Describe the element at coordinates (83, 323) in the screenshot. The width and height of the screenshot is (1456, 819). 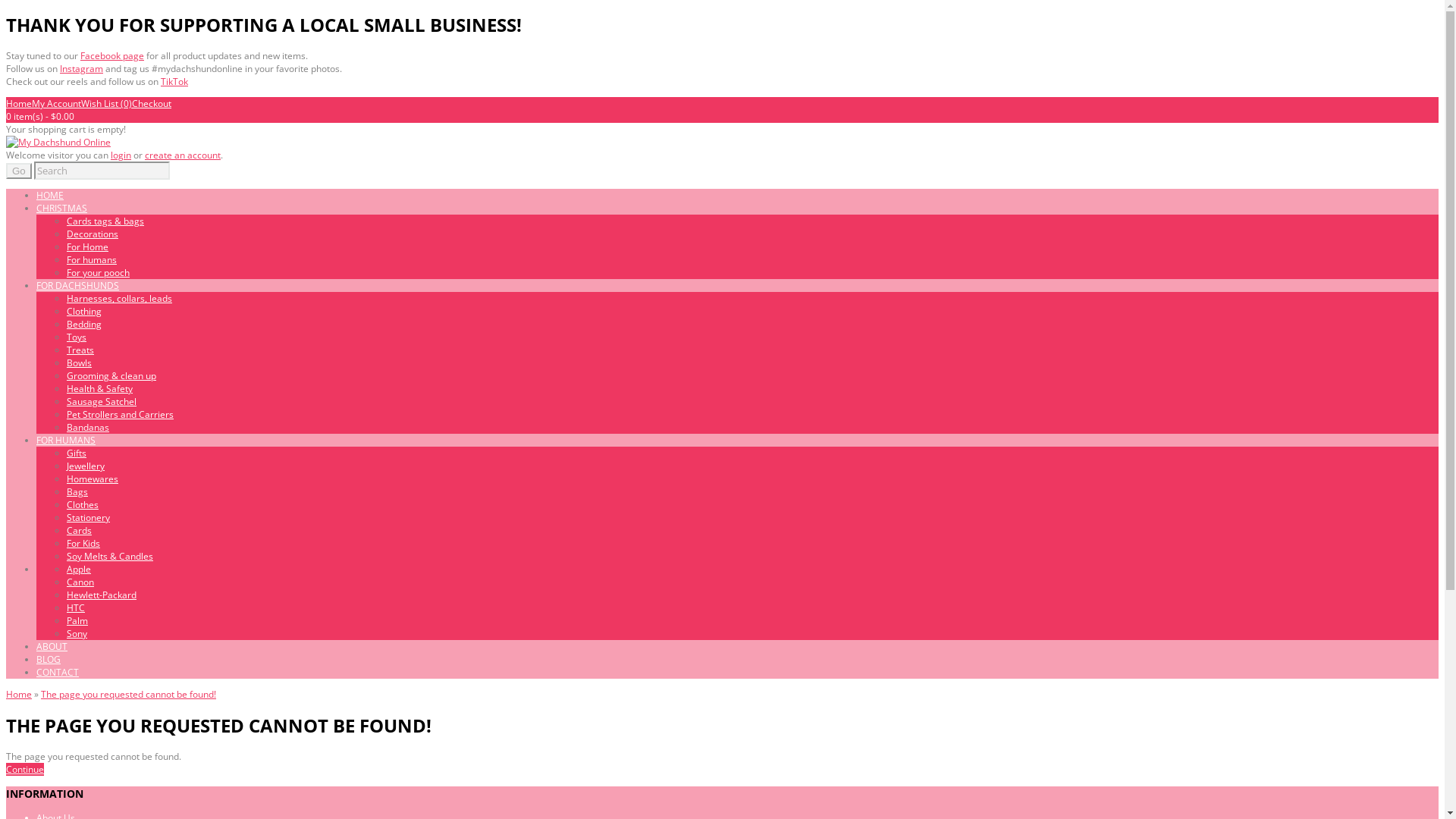
I see `'Bedding'` at that location.